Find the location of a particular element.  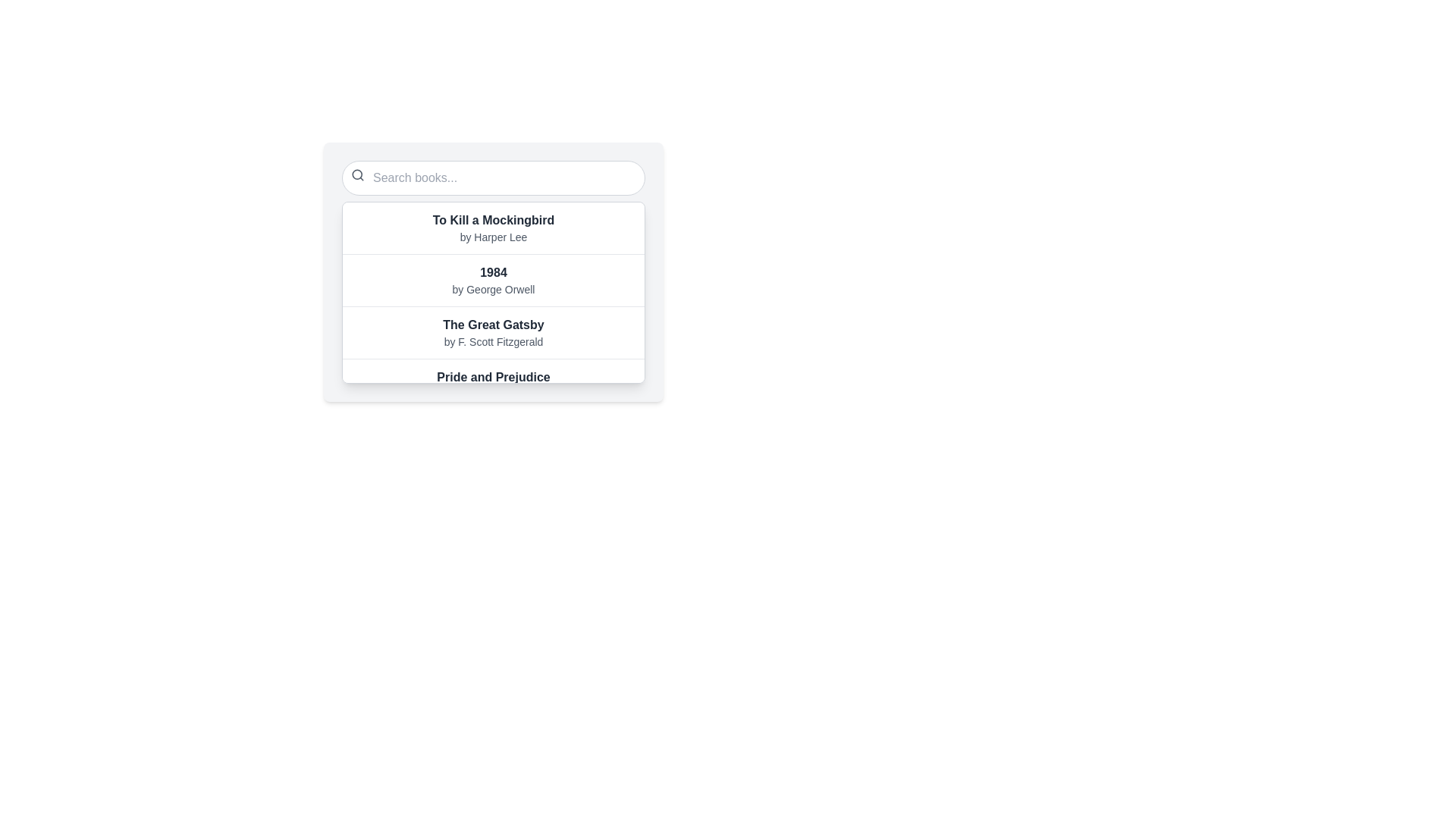

the selectable list item representing 'Pride and Prejudice' by Jane Austen is located at coordinates (494, 384).